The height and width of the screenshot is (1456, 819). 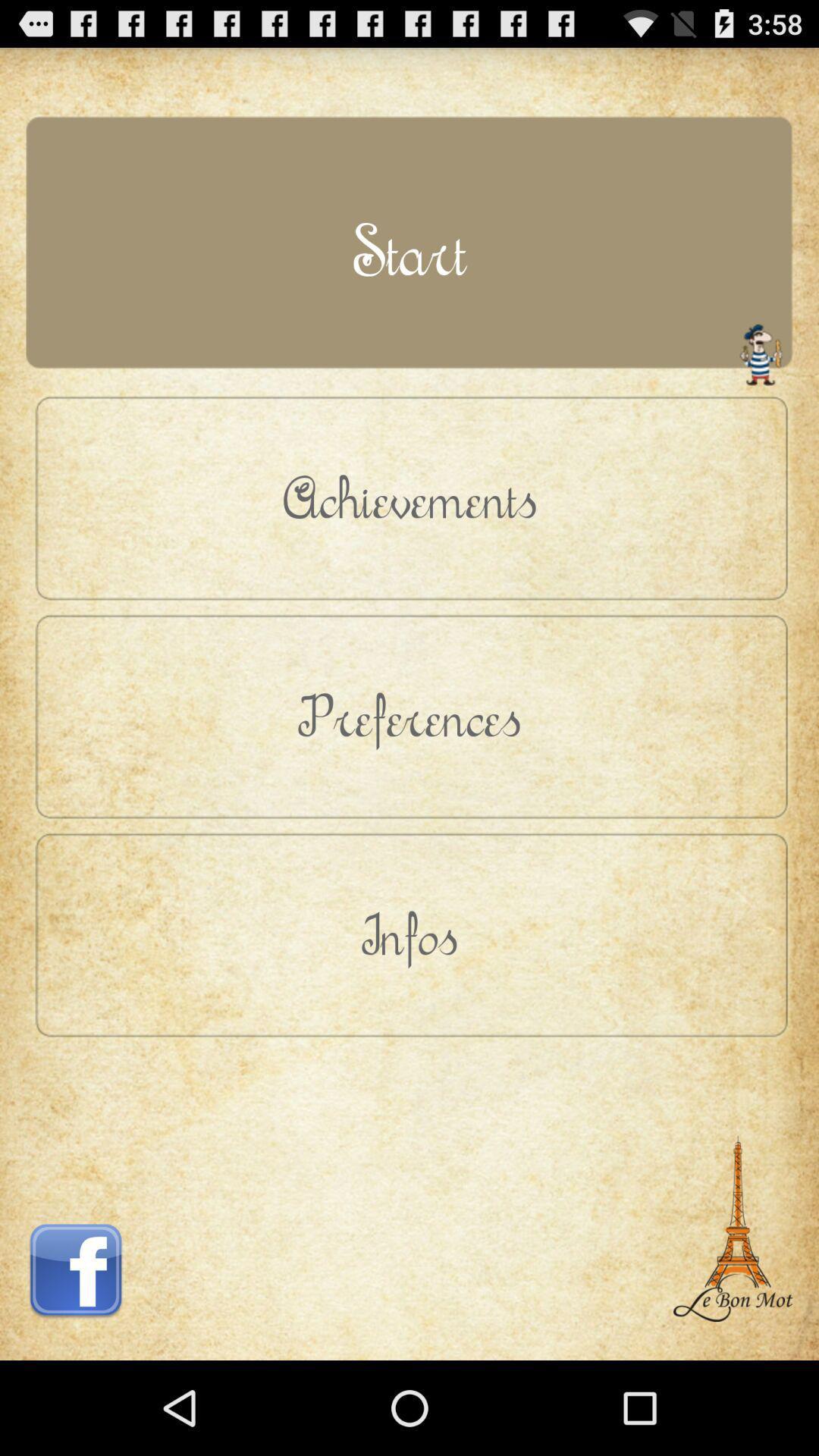 I want to click on button above the preferences icon, so click(x=409, y=497).